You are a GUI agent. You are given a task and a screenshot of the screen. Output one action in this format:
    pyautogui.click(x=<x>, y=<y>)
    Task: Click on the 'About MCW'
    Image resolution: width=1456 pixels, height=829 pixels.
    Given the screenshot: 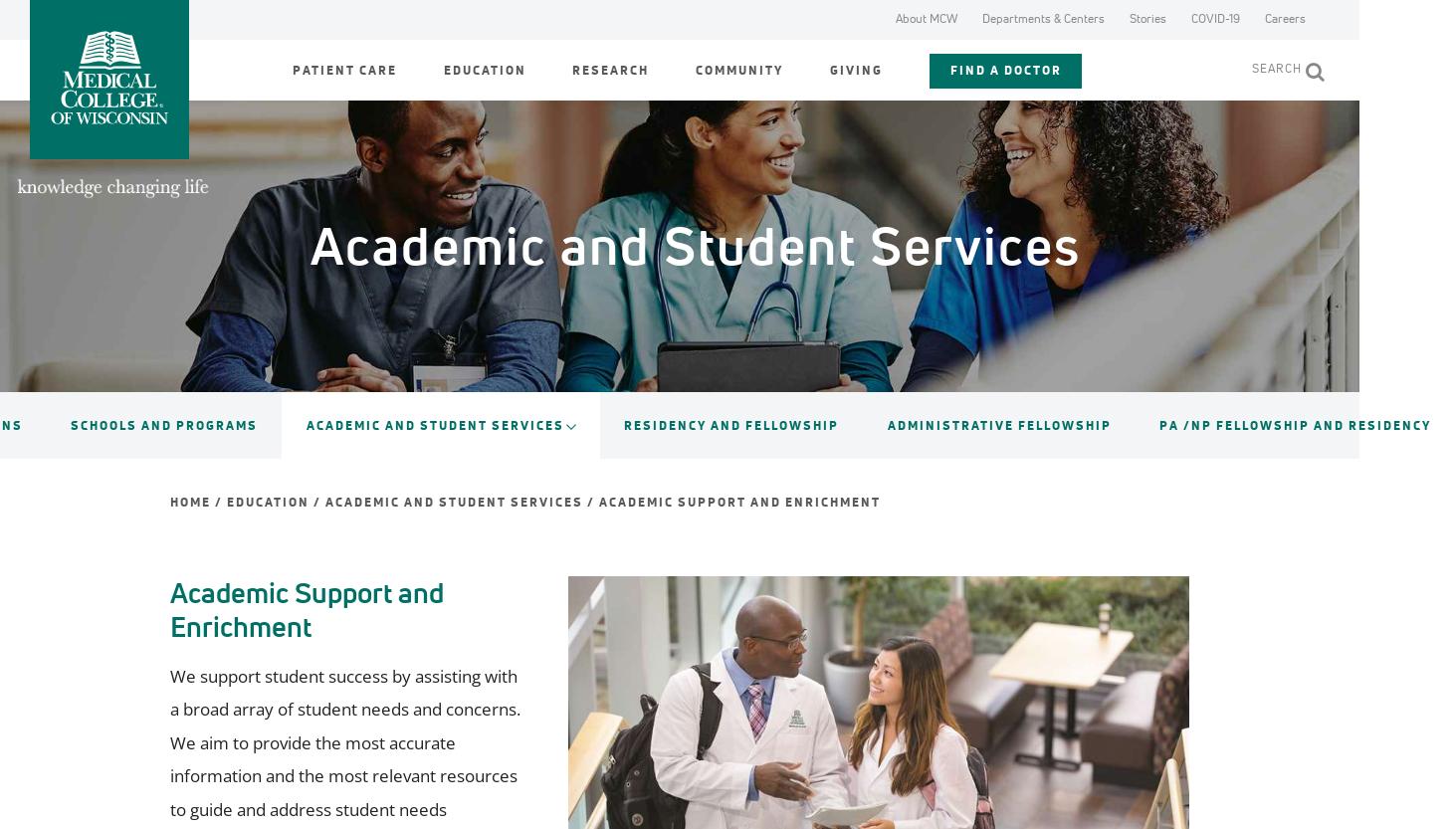 What is the action you would take?
    pyautogui.click(x=894, y=18)
    